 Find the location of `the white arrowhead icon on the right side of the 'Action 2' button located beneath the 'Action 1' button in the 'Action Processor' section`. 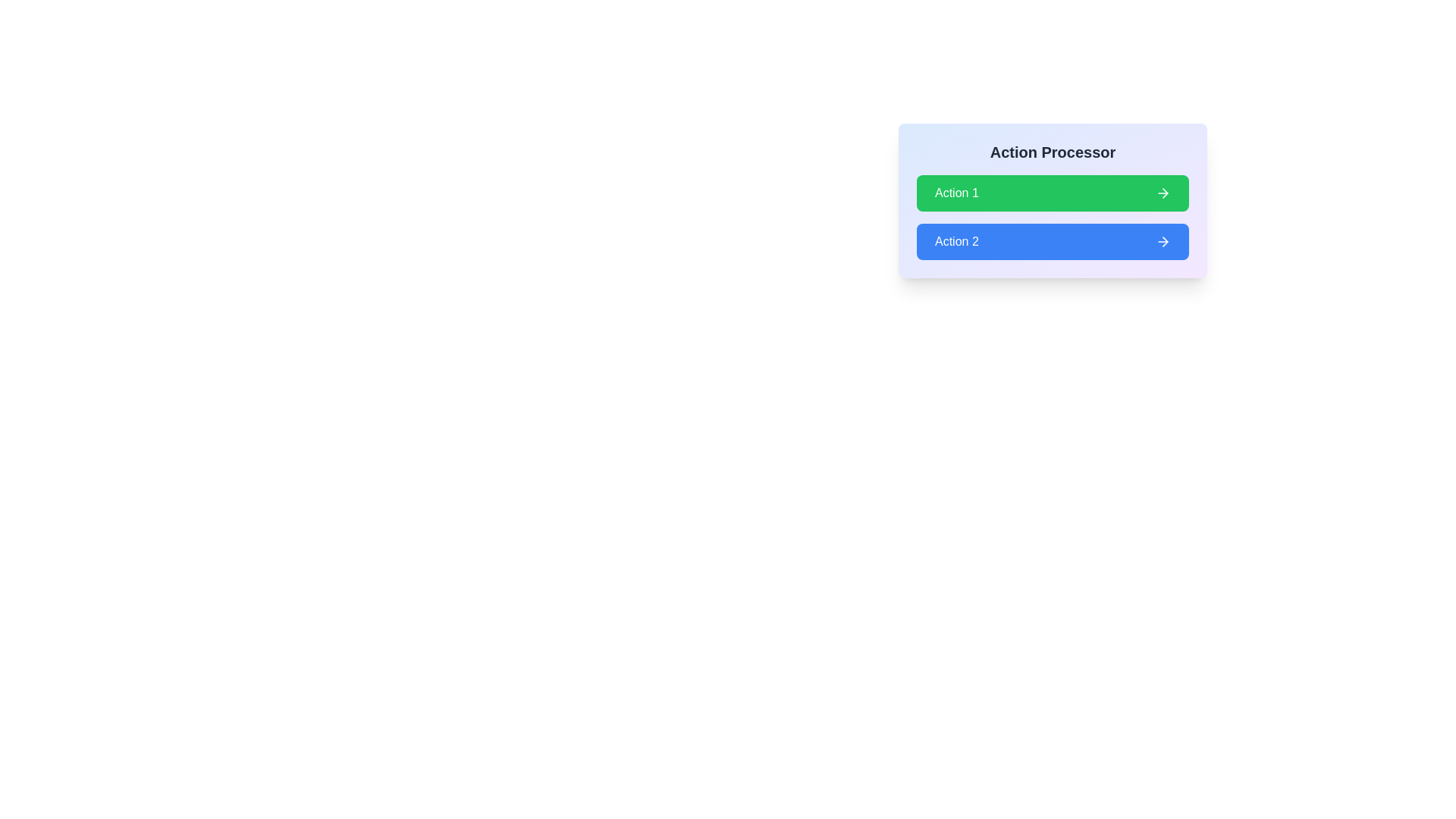

the white arrowhead icon on the right side of the 'Action 2' button located beneath the 'Action 1' button in the 'Action Processor' section is located at coordinates (1163, 241).